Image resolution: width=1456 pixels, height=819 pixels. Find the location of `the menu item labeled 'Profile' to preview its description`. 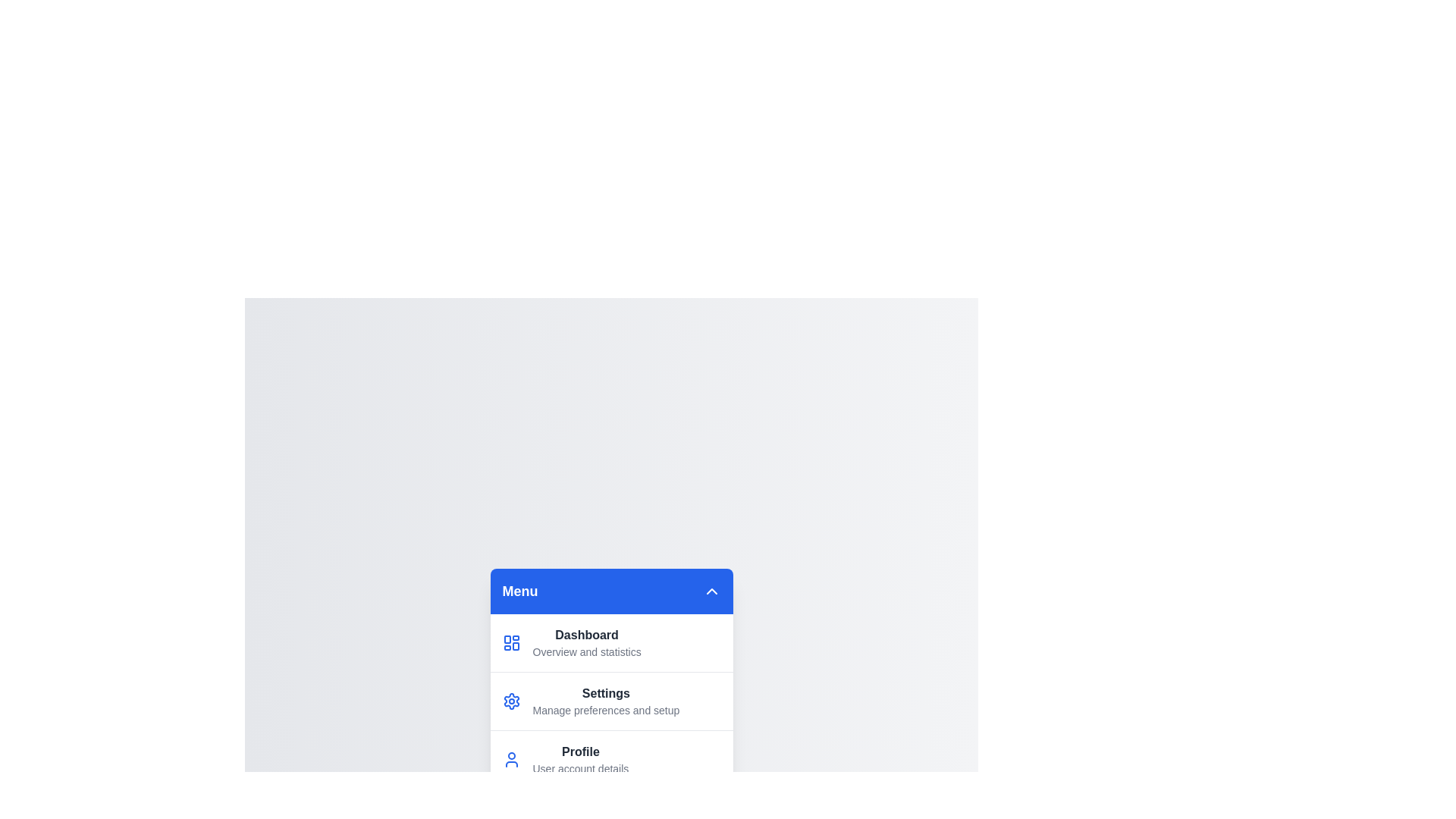

the menu item labeled 'Profile' to preview its description is located at coordinates (611, 759).